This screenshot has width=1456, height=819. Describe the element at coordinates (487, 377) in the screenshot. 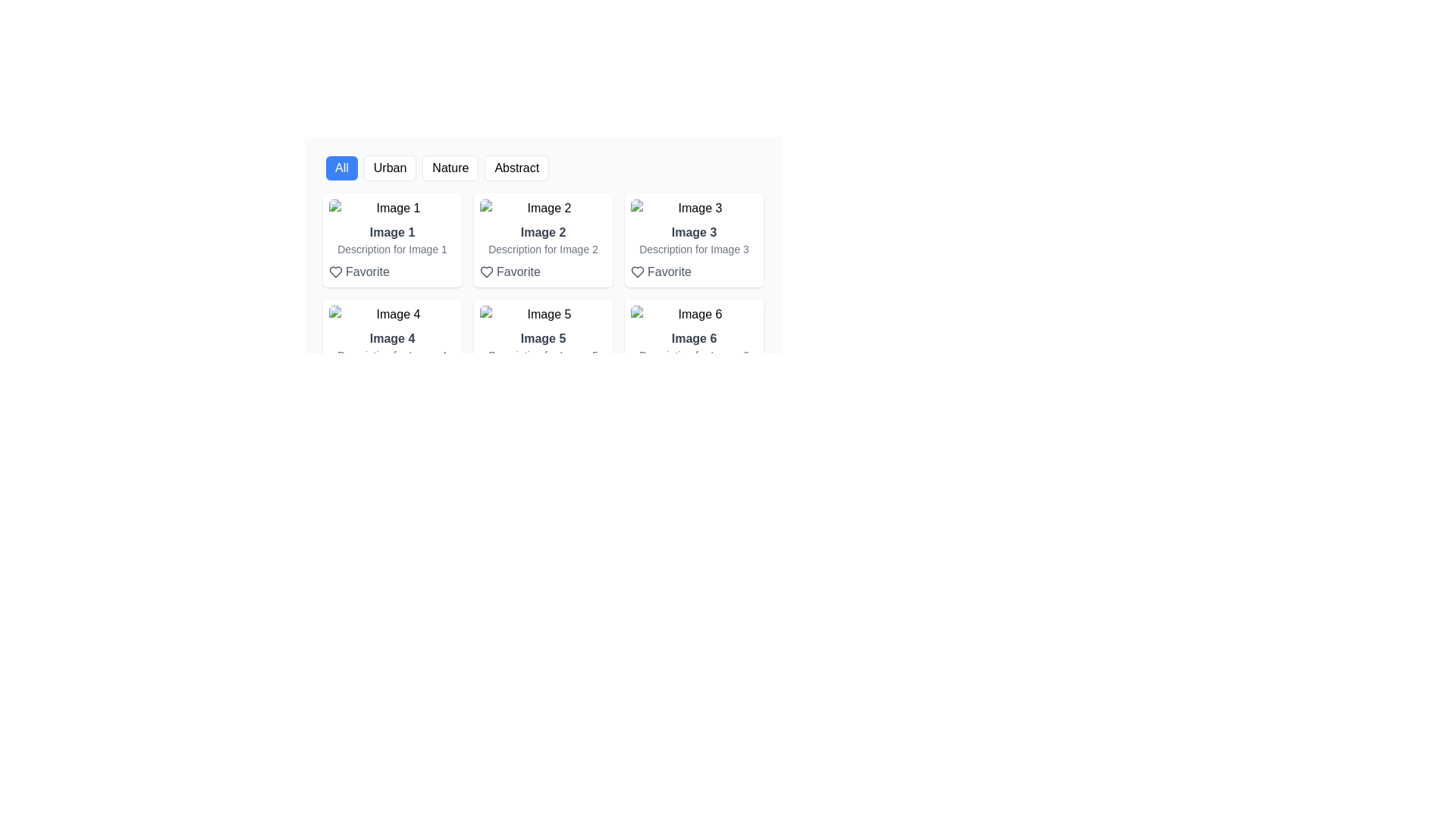

I see `the heart-shaped icon representing the 'Favorite' action located at the bottom-left corner of the card for 'Image 5'` at that location.